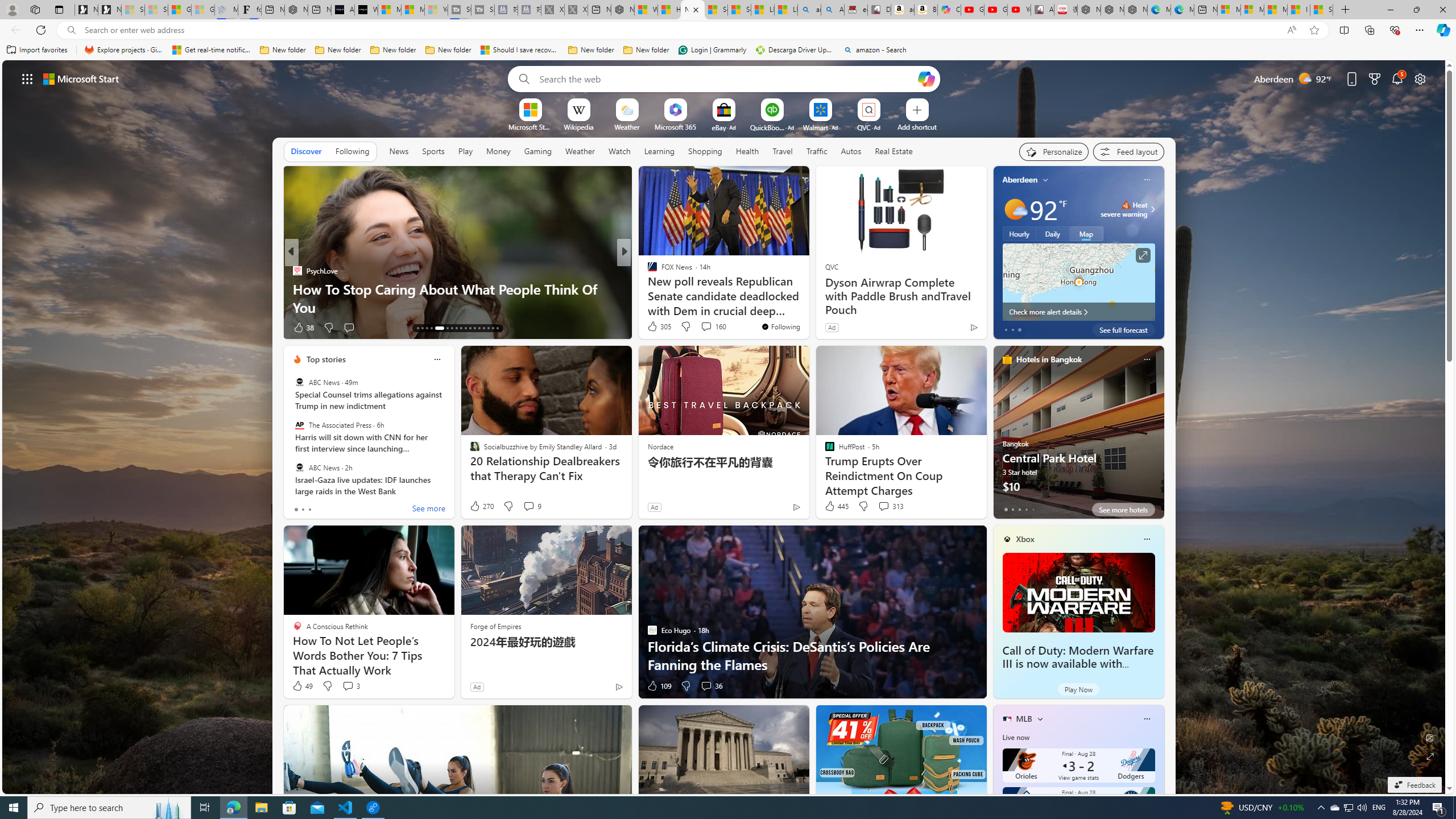 This screenshot has height=819, width=1456. Describe the element at coordinates (698, 326) in the screenshot. I see `'View comments 26 Comment'` at that location.